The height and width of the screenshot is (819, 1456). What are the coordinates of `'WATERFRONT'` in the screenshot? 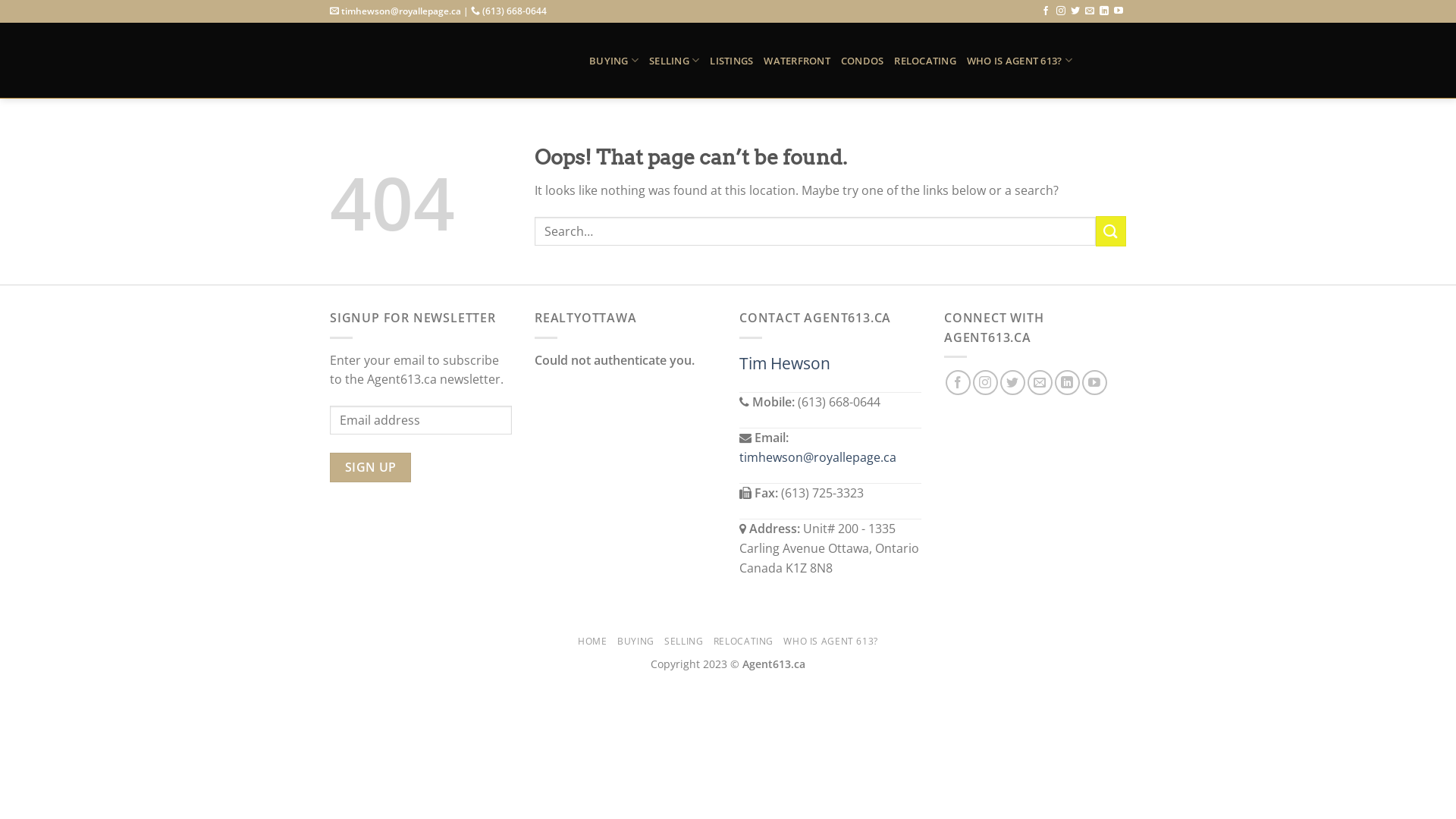 It's located at (764, 60).